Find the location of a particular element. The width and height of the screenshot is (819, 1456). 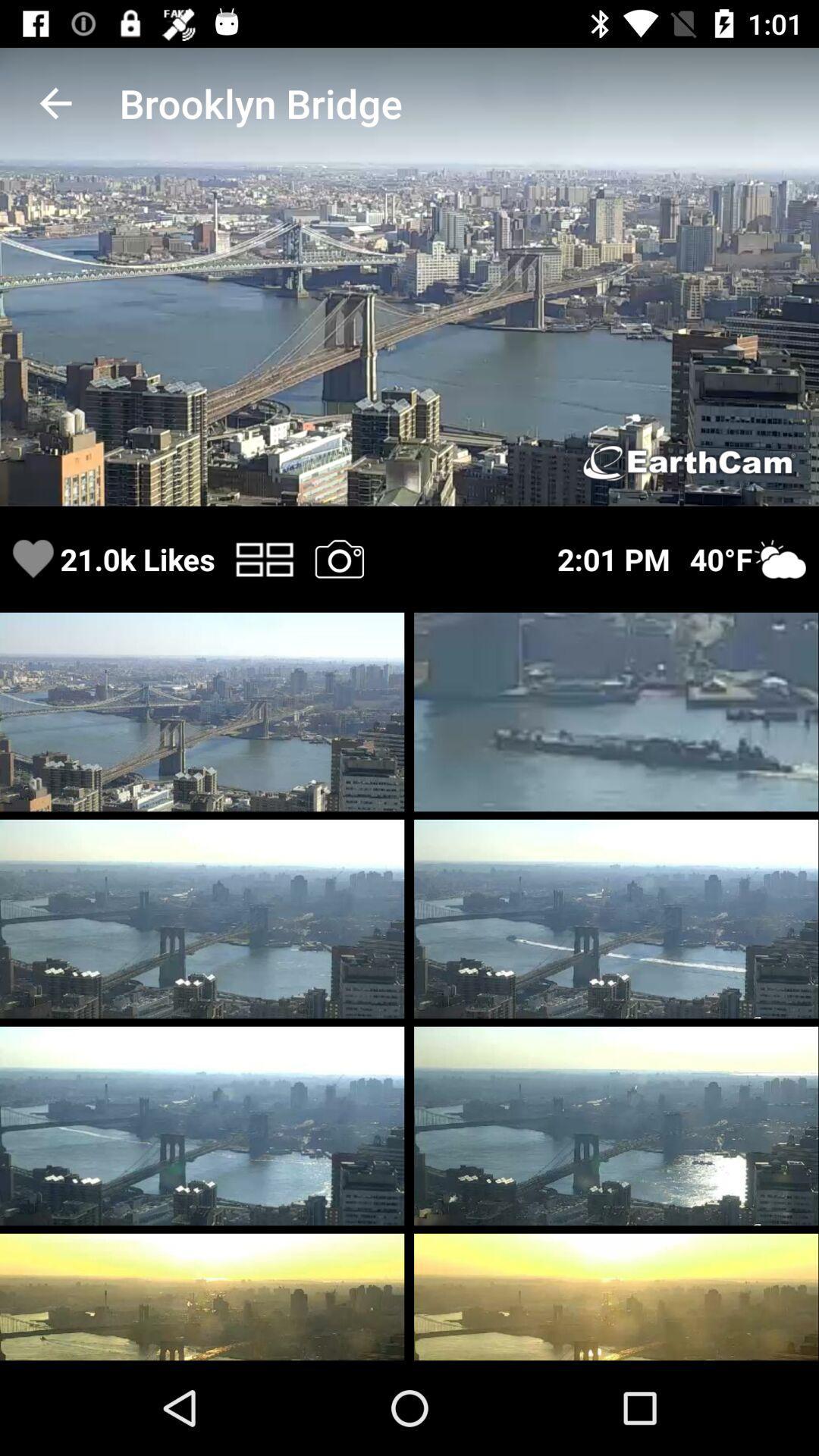

the photo icon is located at coordinates (338, 558).